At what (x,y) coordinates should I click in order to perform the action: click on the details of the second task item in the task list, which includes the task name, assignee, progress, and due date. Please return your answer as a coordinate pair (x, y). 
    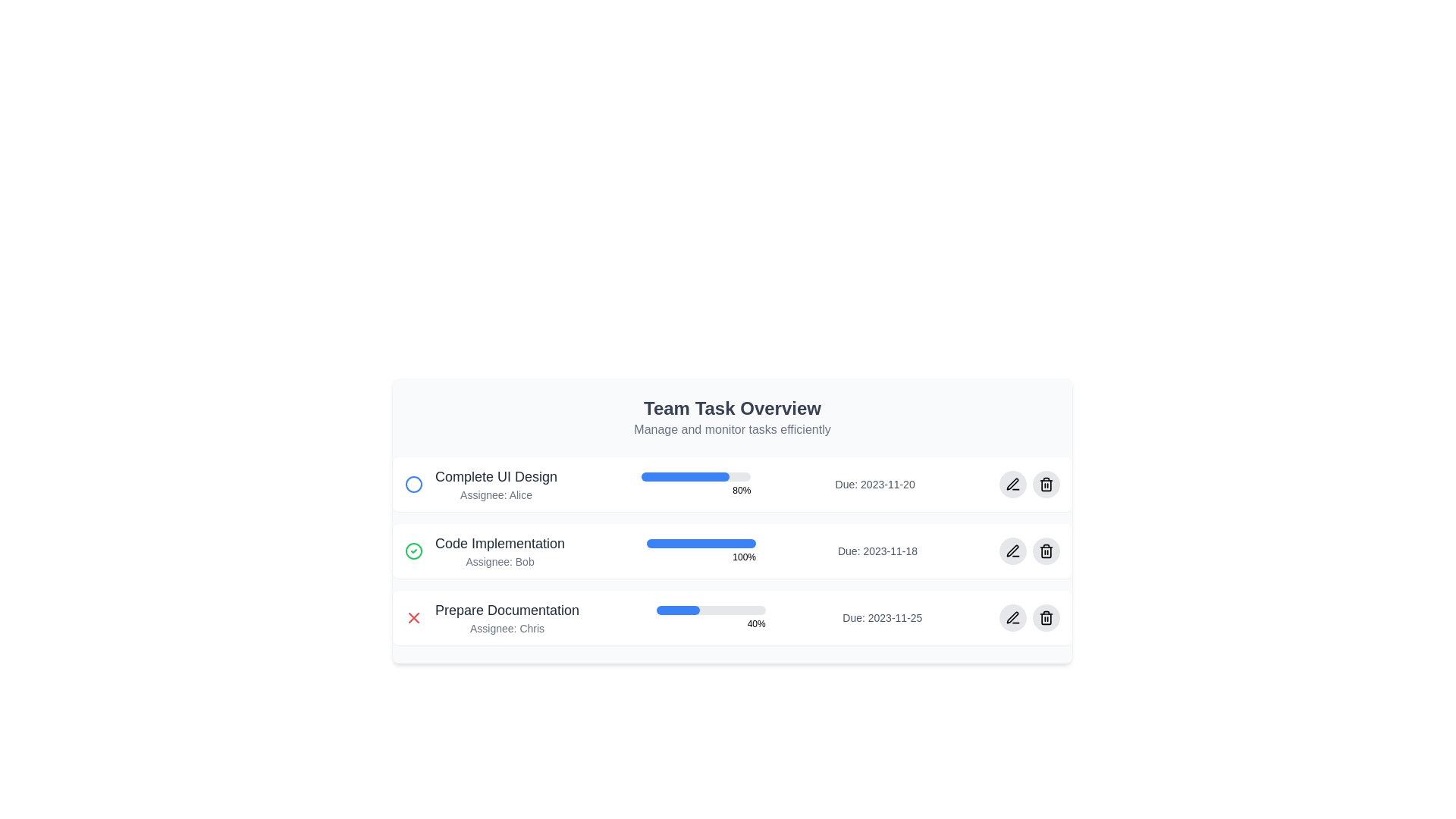
    Looking at the image, I should click on (732, 551).